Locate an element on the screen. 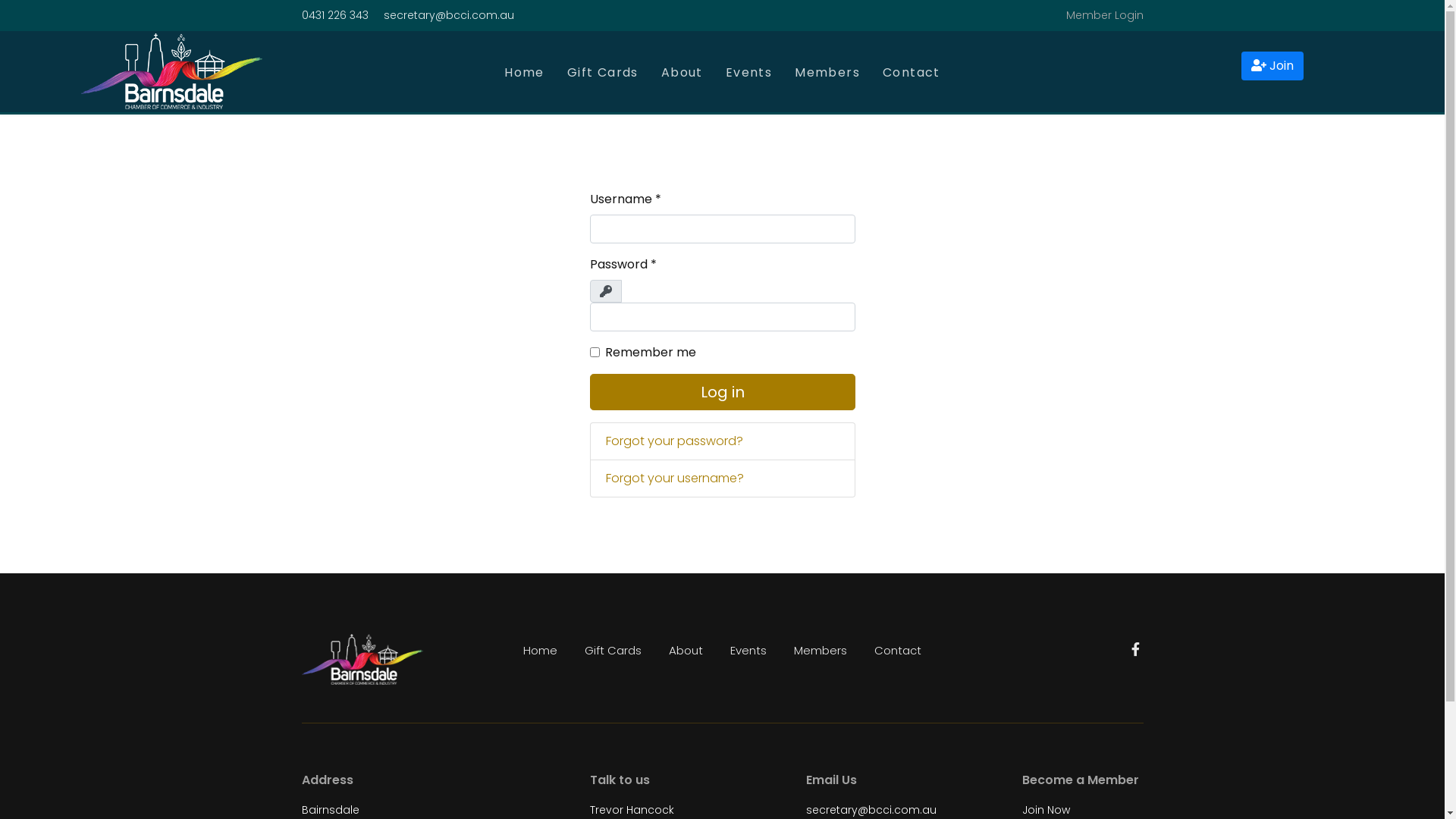 The width and height of the screenshot is (1456, 819). 'Contact' is located at coordinates (898, 649).